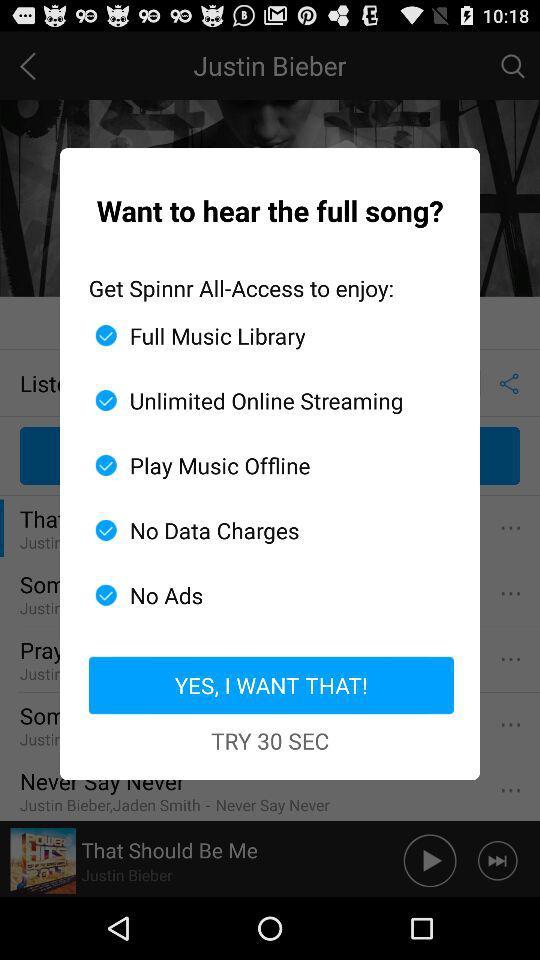 The width and height of the screenshot is (540, 960). What do you see at coordinates (262, 529) in the screenshot?
I see `no data charges app` at bounding box center [262, 529].